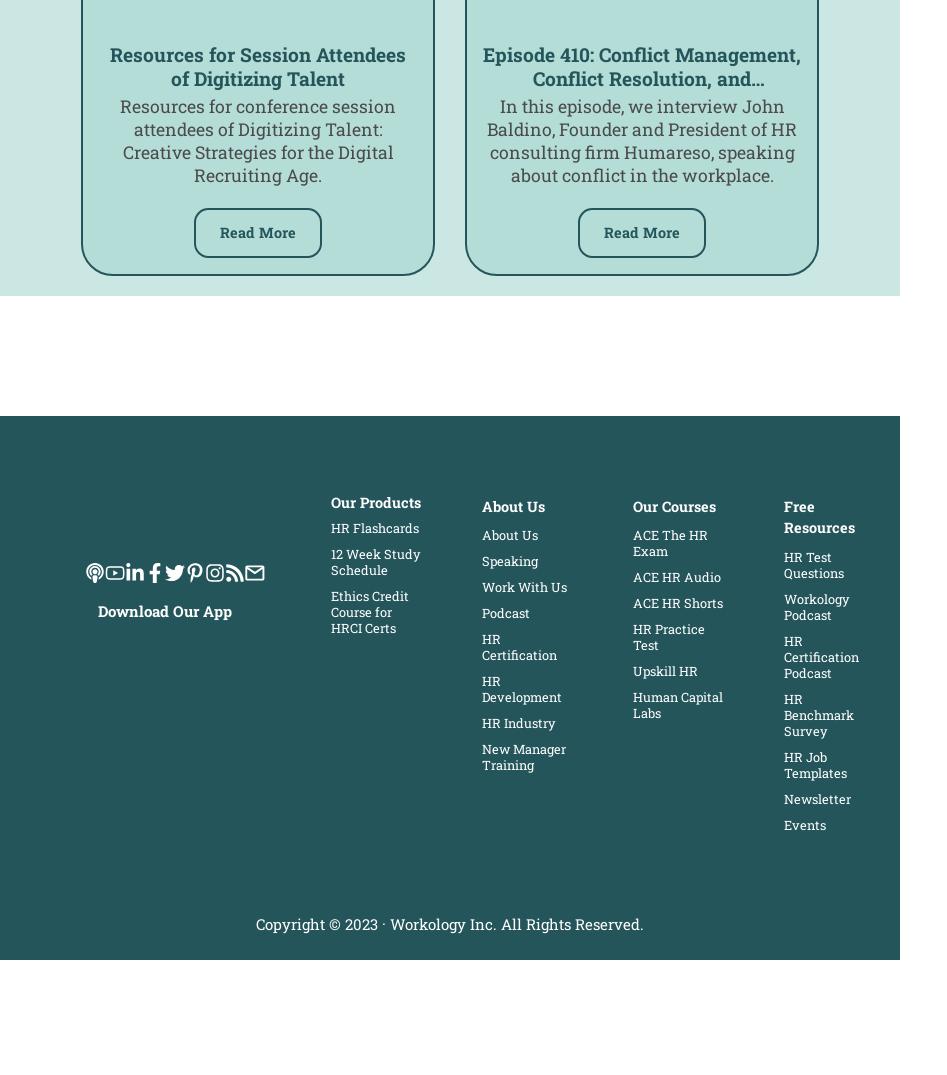  Describe the element at coordinates (819, 515) in the screenshot. I see `'Free Resources'` at that location.